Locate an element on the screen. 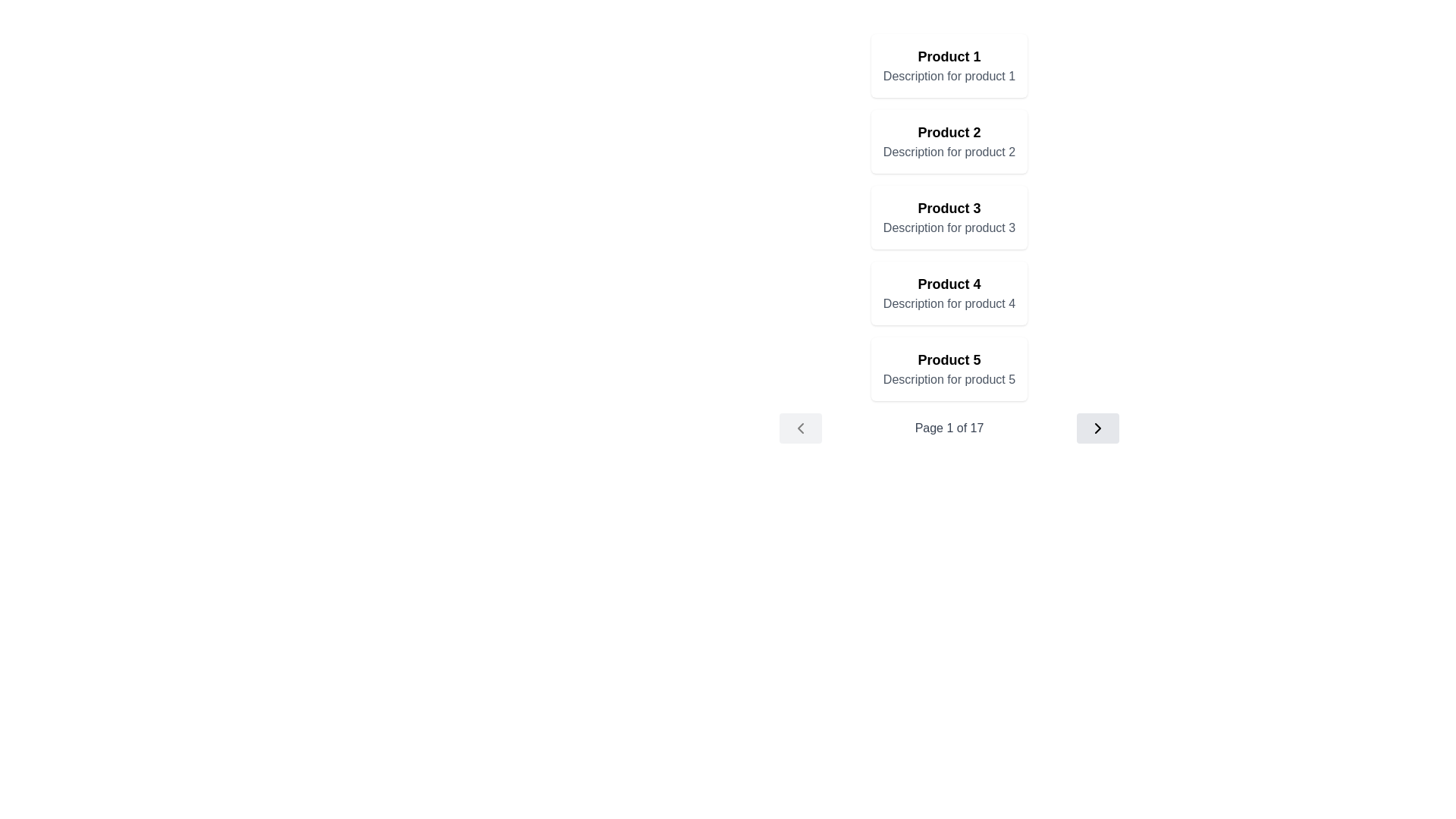 The image size is (1456, 819). text label styled in gray that displays 'Description for product 1', located below the title 'Product 1' in the first card of a vertically stacked list is located at coordinates (949, 76).